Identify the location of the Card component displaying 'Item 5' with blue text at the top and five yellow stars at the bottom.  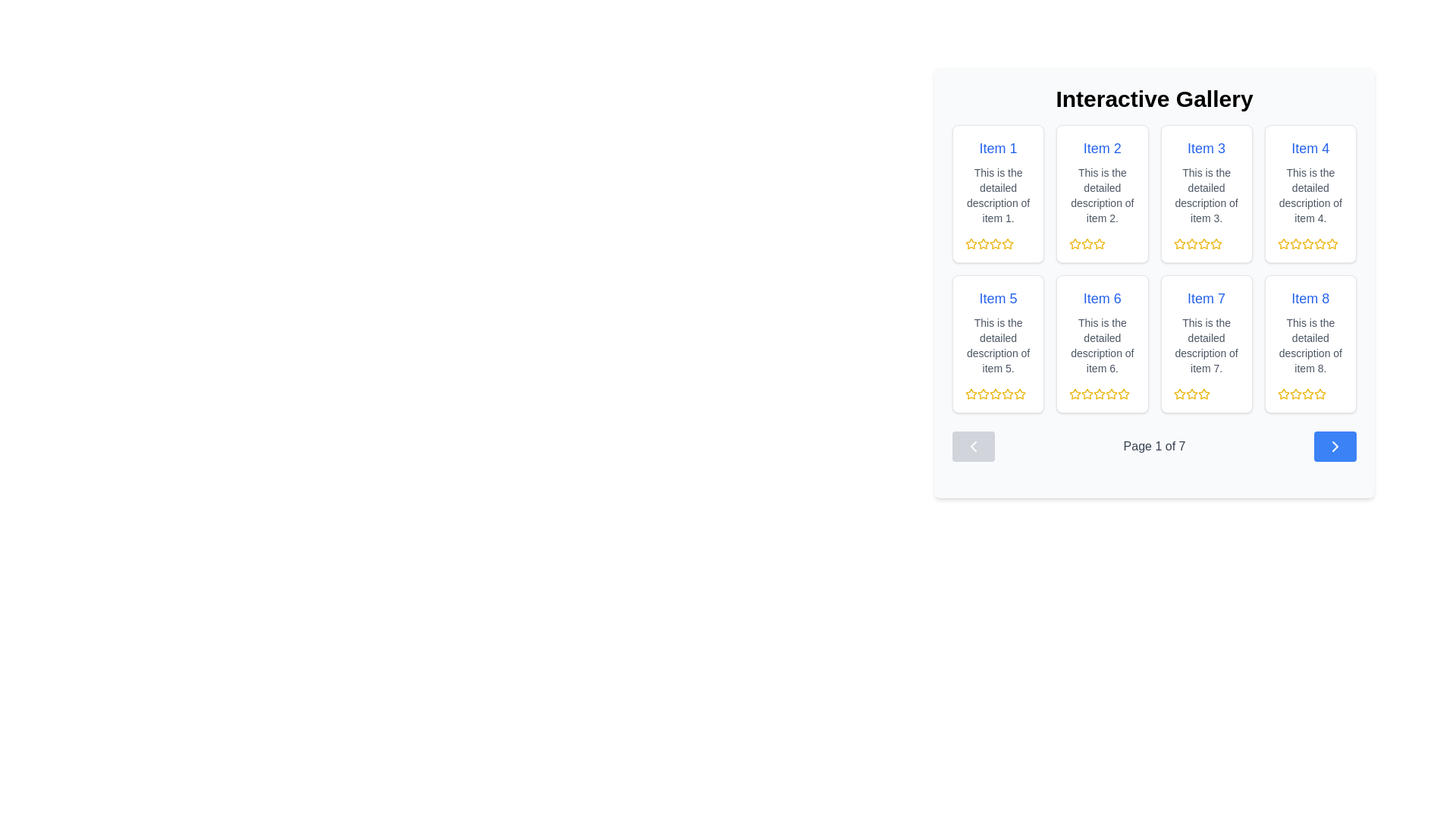
(998, 344).